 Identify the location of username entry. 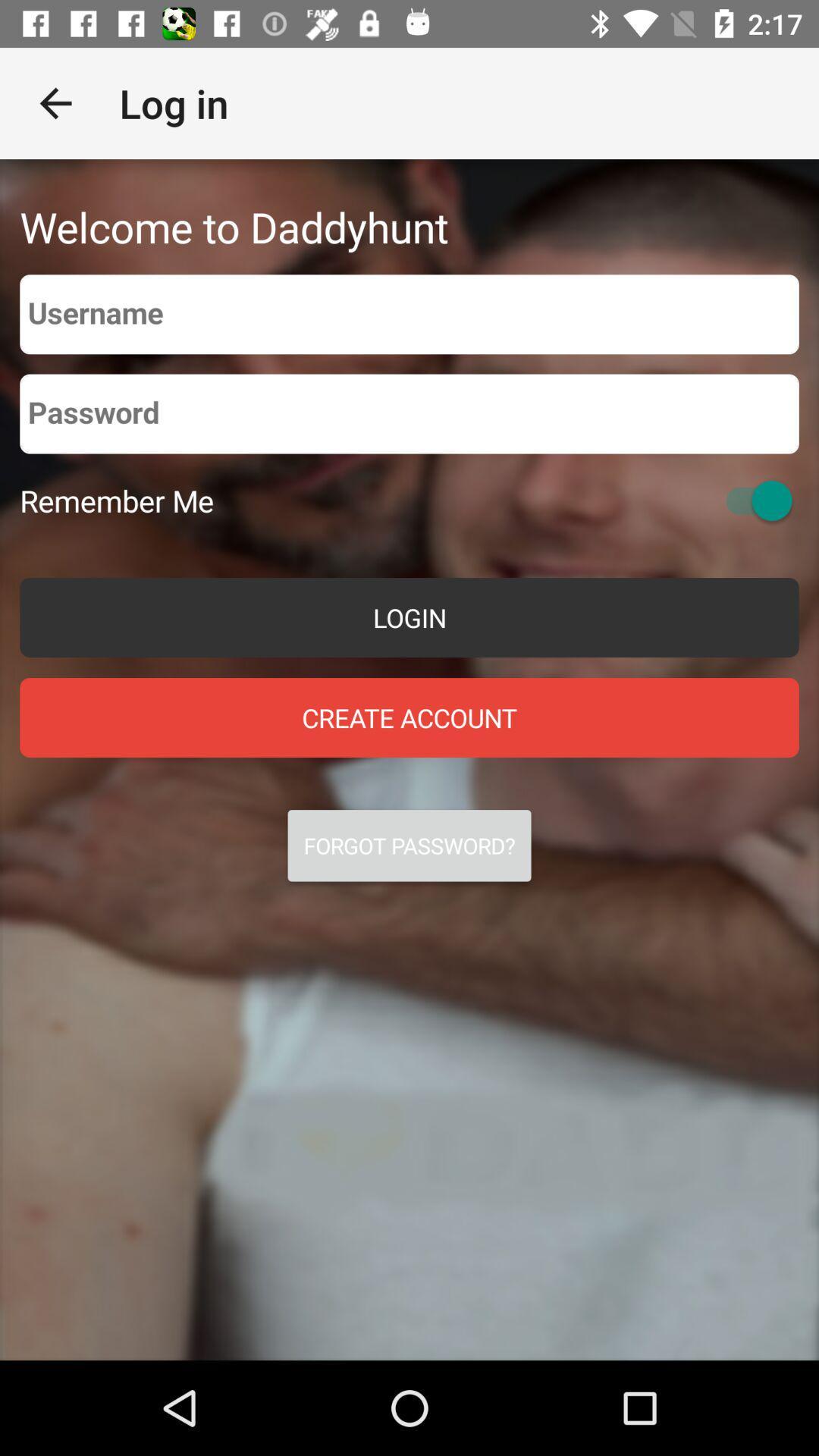
(409, 313).